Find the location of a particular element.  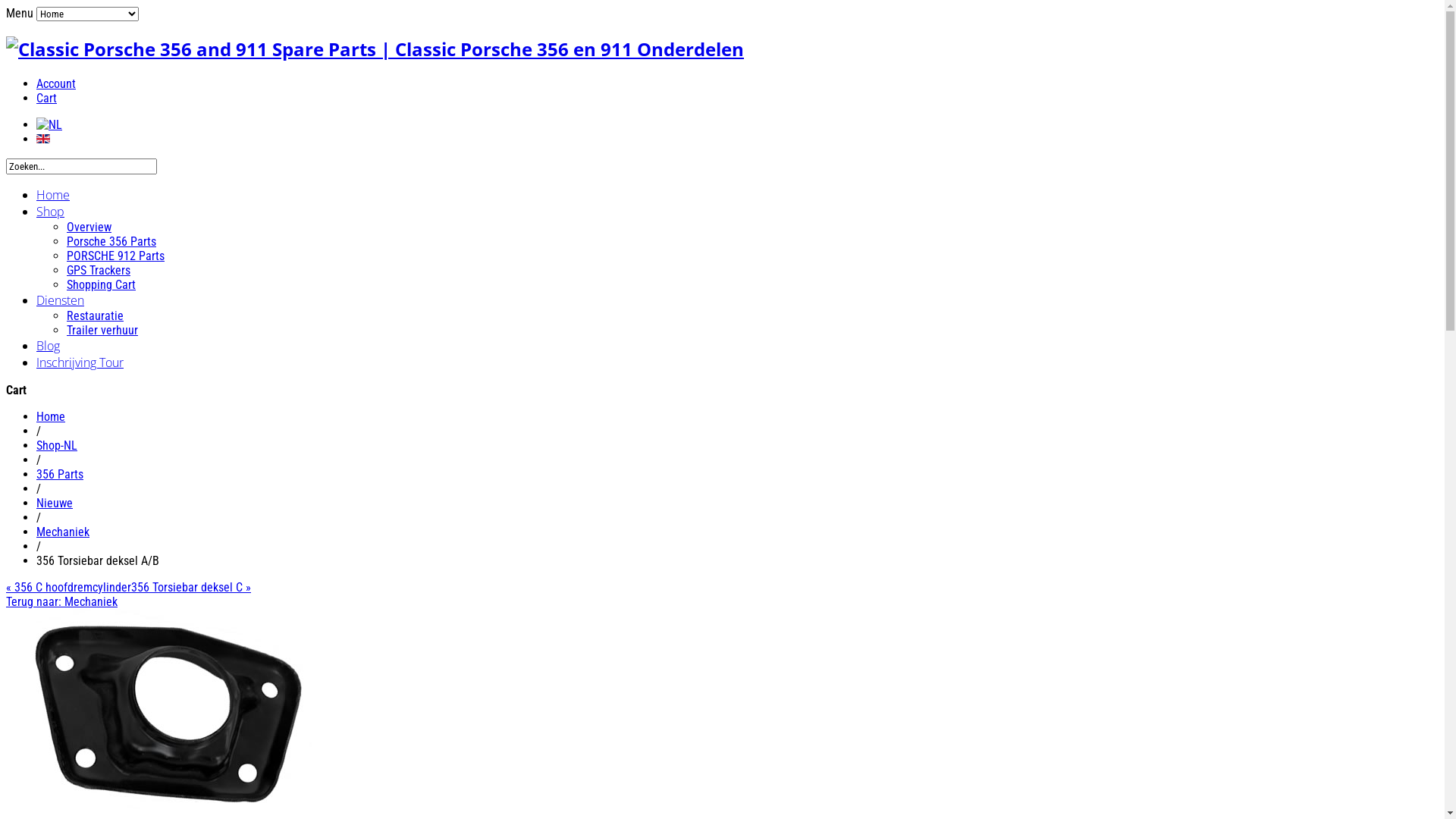

'Shop' is located at coordinates (50, 211).